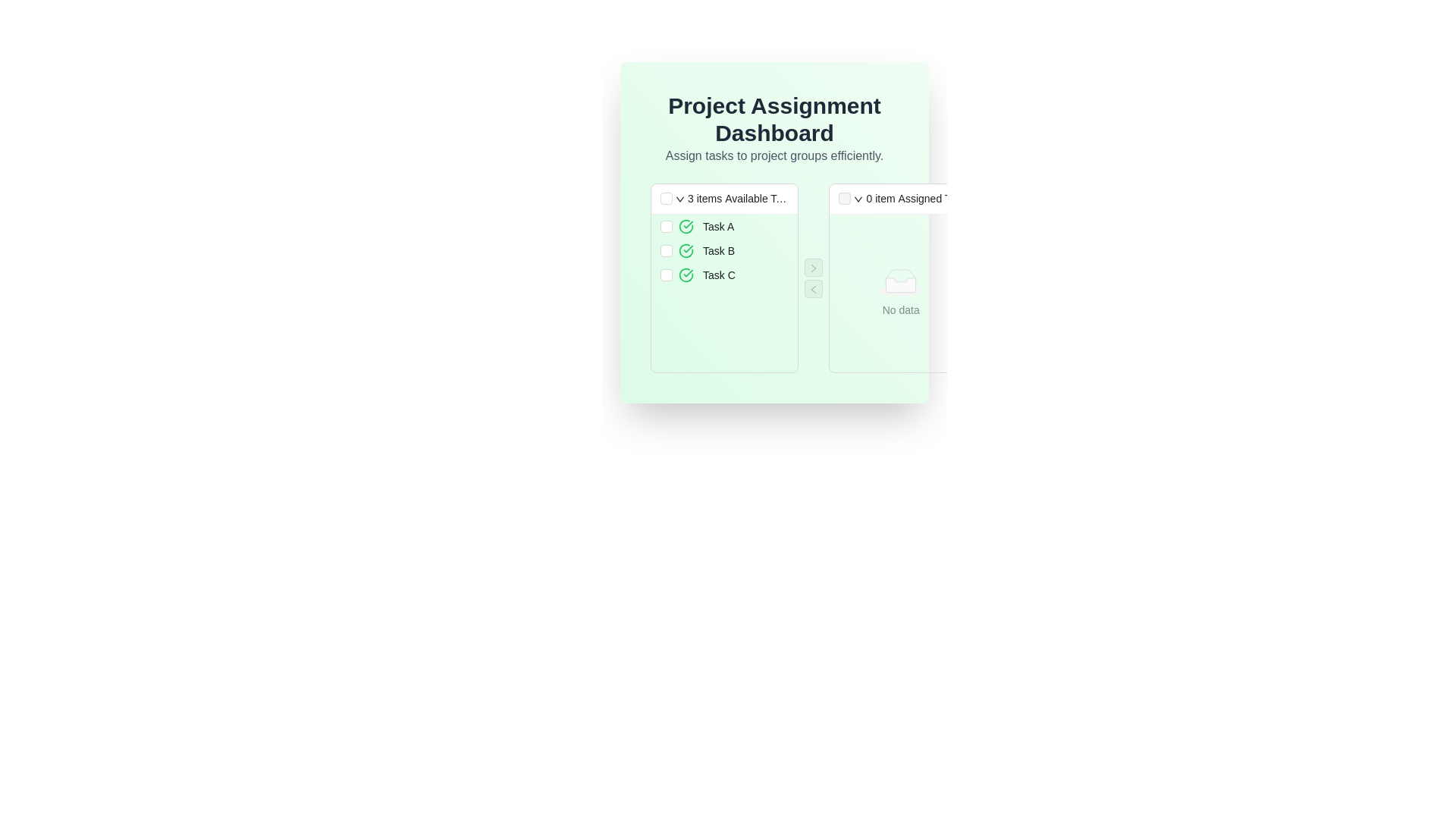  Describe the element at coordinates (686, 227) in the screenshot. I see `the graphical icon that indicates the completion state of 'Task A' within the list view` at that location.